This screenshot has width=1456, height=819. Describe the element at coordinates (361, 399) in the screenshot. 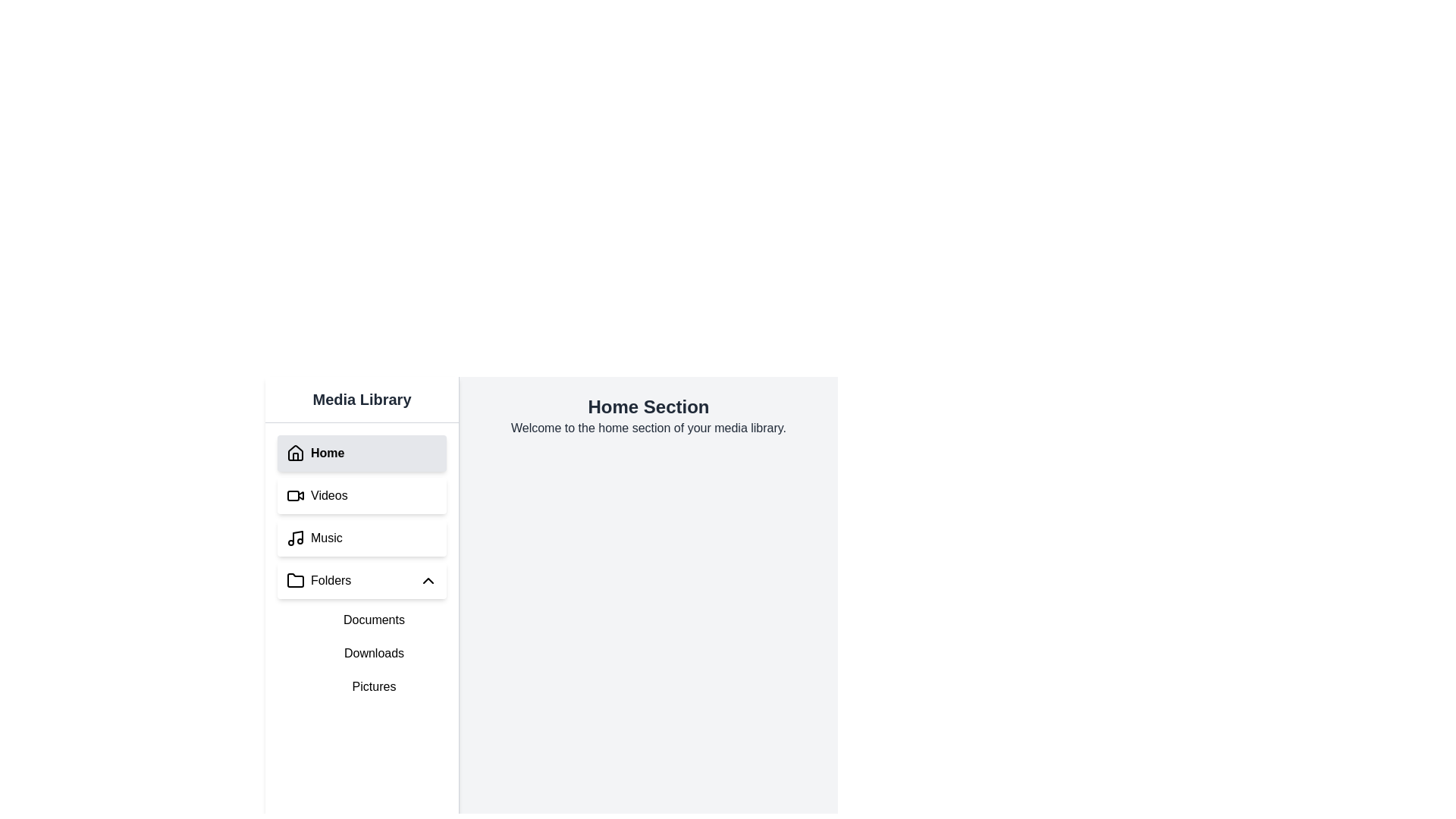

I see `the section title text element located at the top of the vertical navigation section on the left side of the UI` at that location.